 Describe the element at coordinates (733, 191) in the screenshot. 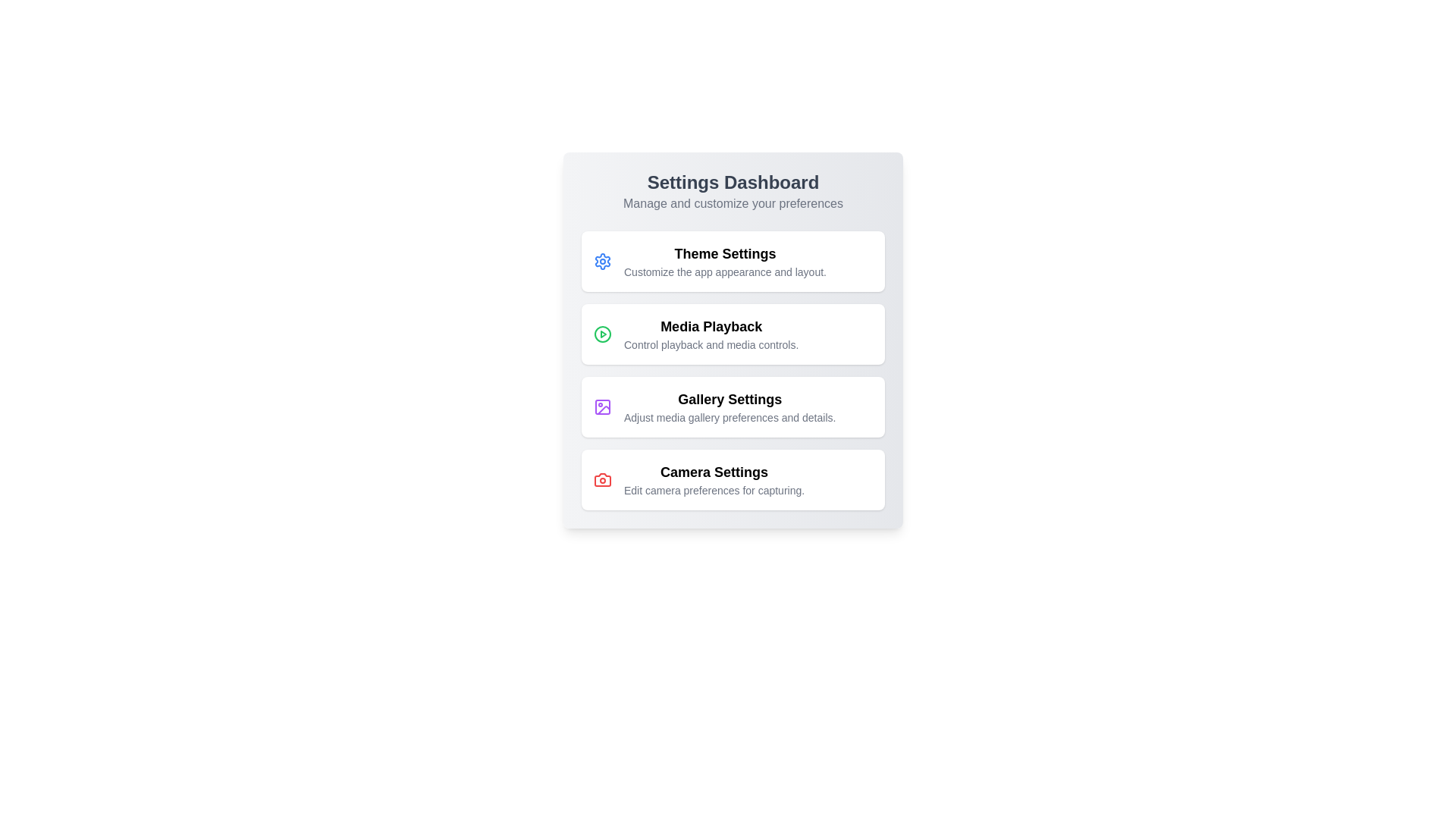

I see `the textual heading 'Settings Dashboard' with the subtitle 'Manage and customize your preferences' located at the top of the card` at that location.